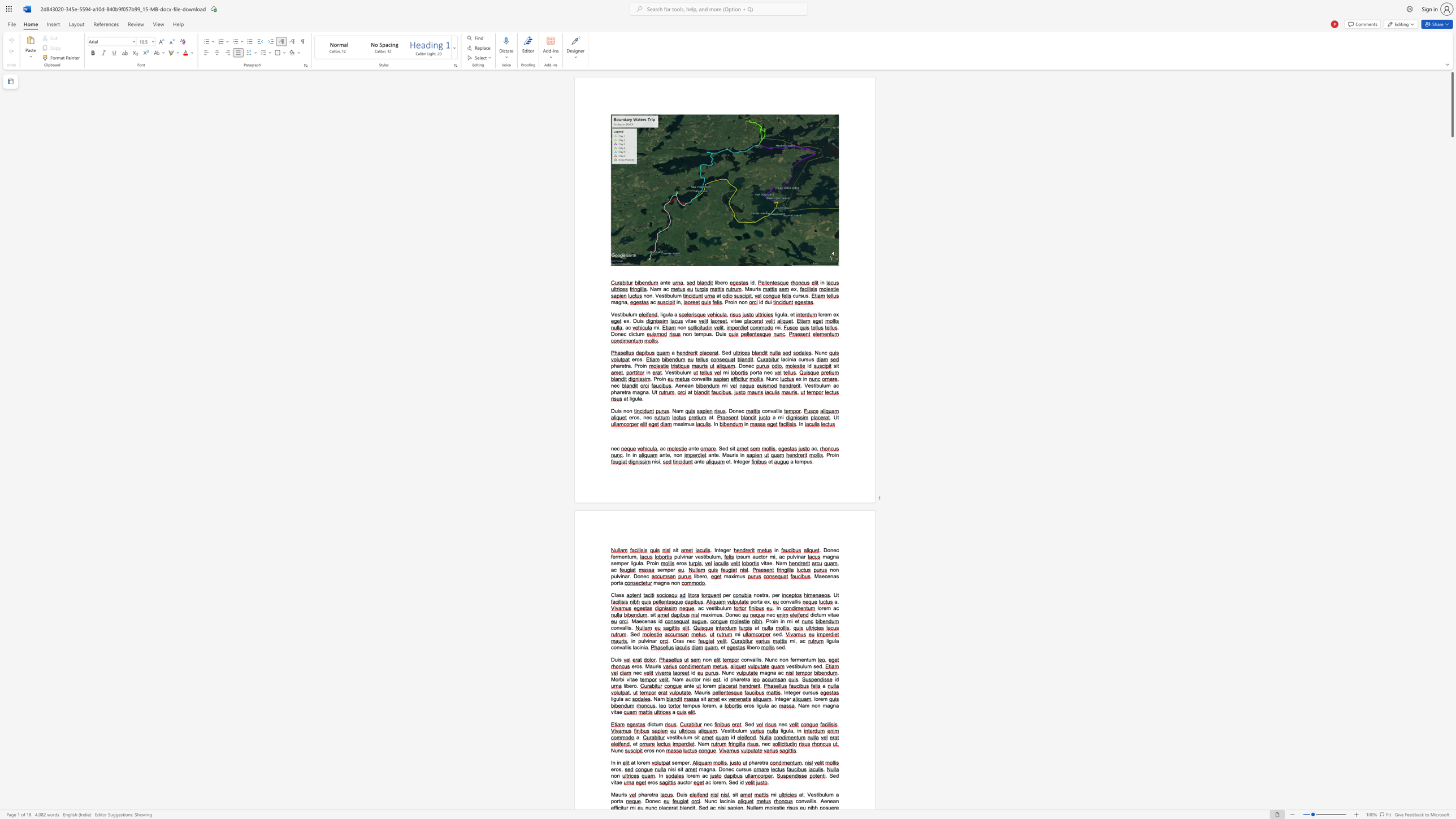  Describe the element at coordinates (701, 557) in the screenshot. I see `the 1th character "s" in the text` at that location.